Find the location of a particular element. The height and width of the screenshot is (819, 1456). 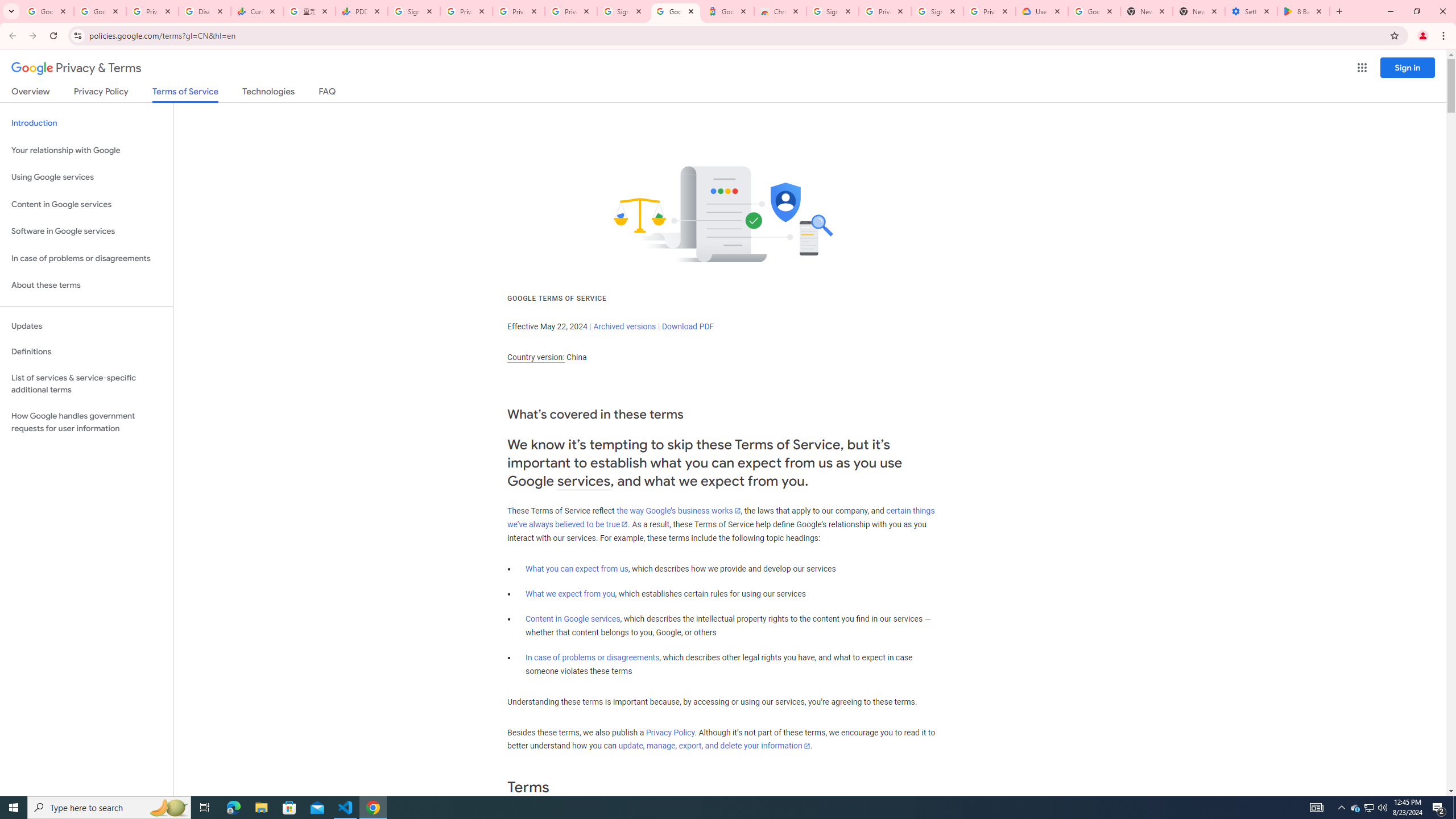

'Chrome Web Store - Color themes by Chrome' is located at coordinates (779, 11).